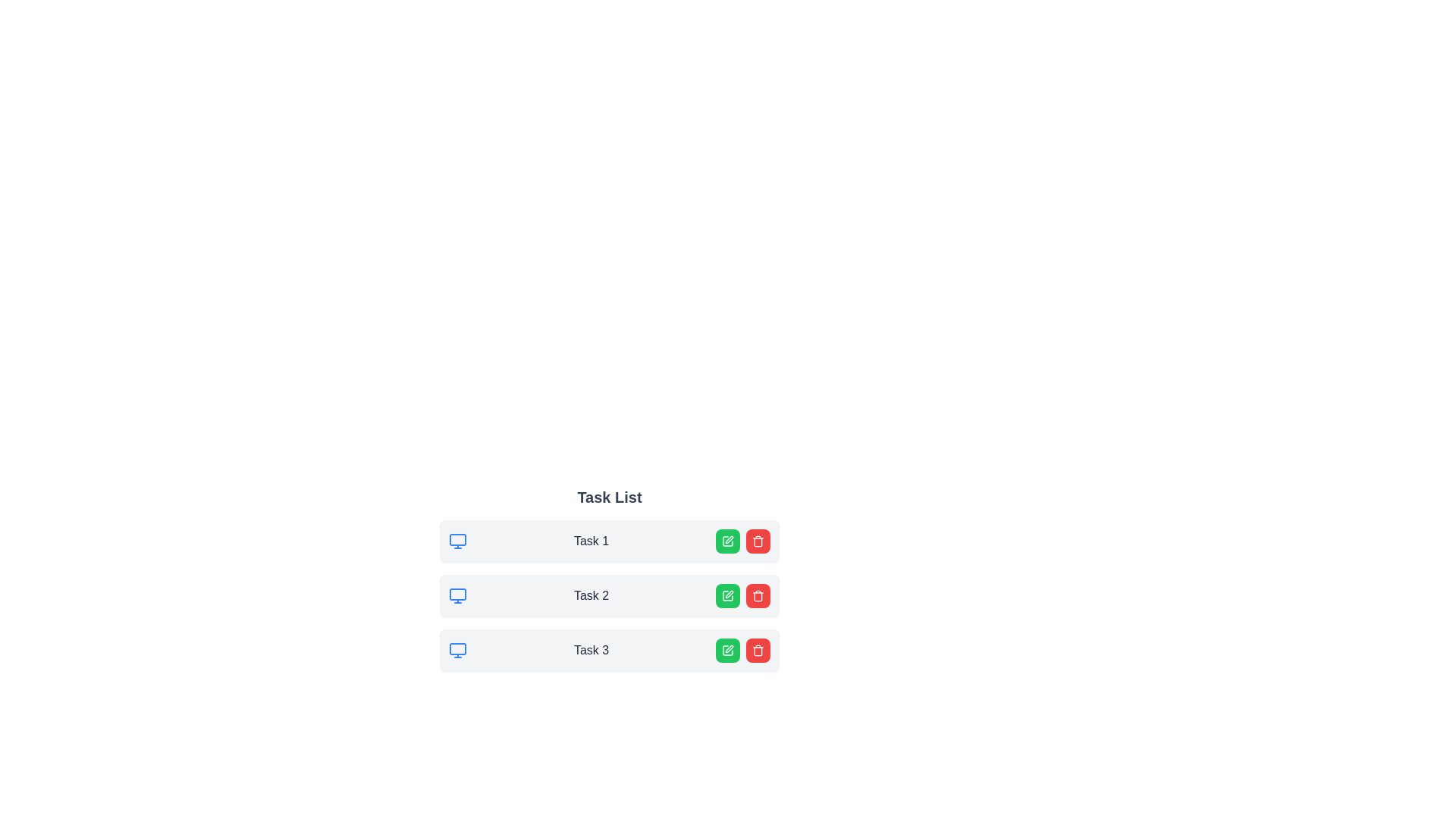 This screenshot has width=1456, height=819. What do you see at coordinates (457, 648) in the screenshot?
I see `the top part of the monitor icon representing Task 3 in the task list, which is the third monitor icon in the list` at bounding box center [457, 648].